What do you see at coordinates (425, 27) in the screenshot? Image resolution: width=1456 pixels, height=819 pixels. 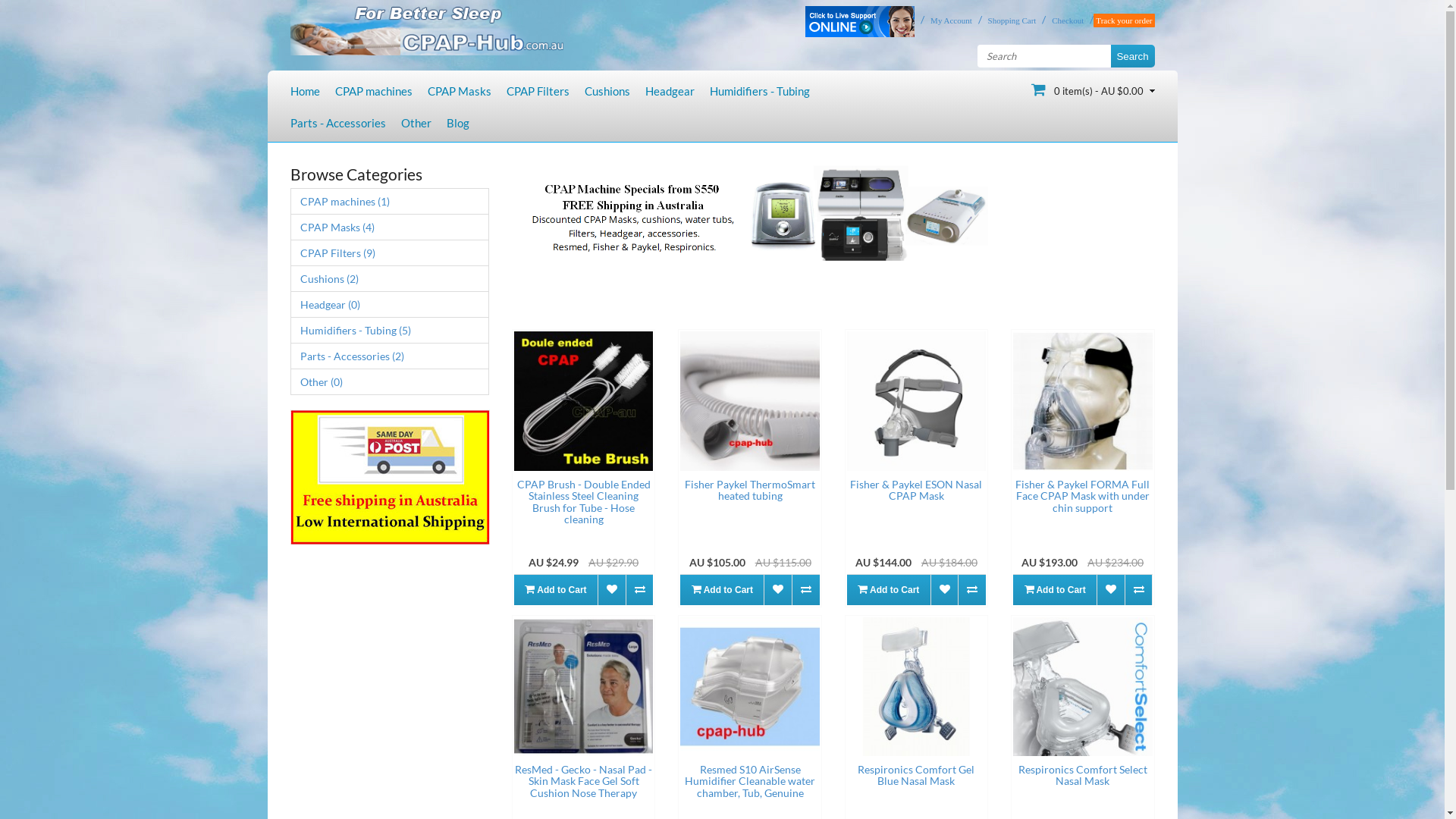 I see `'Cpap-Hub'` at bounding box center [425, 27].